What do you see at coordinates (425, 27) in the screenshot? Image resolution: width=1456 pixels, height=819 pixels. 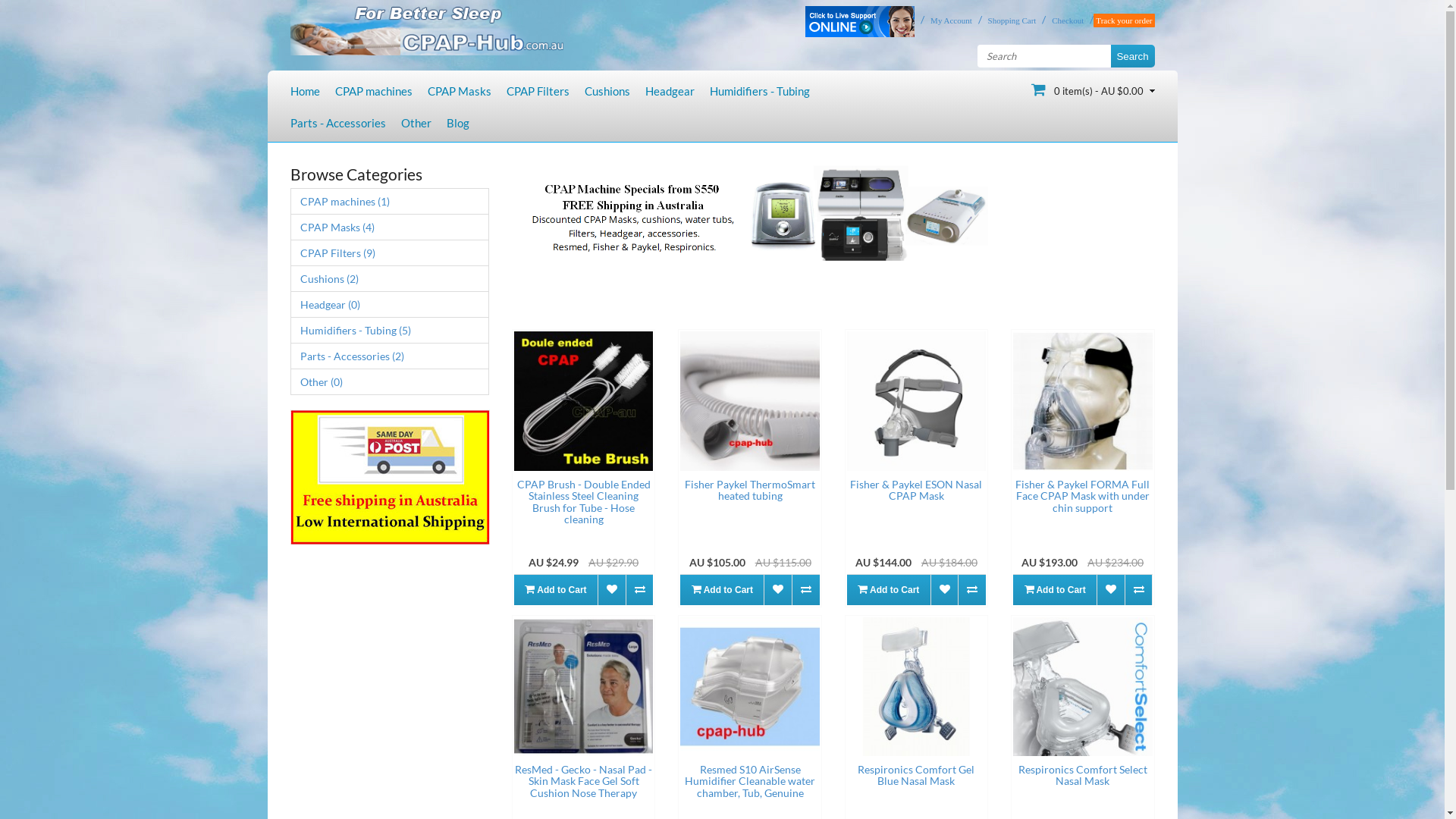 I see `'Cpap-Hub'` at bounding box center [425, 27].